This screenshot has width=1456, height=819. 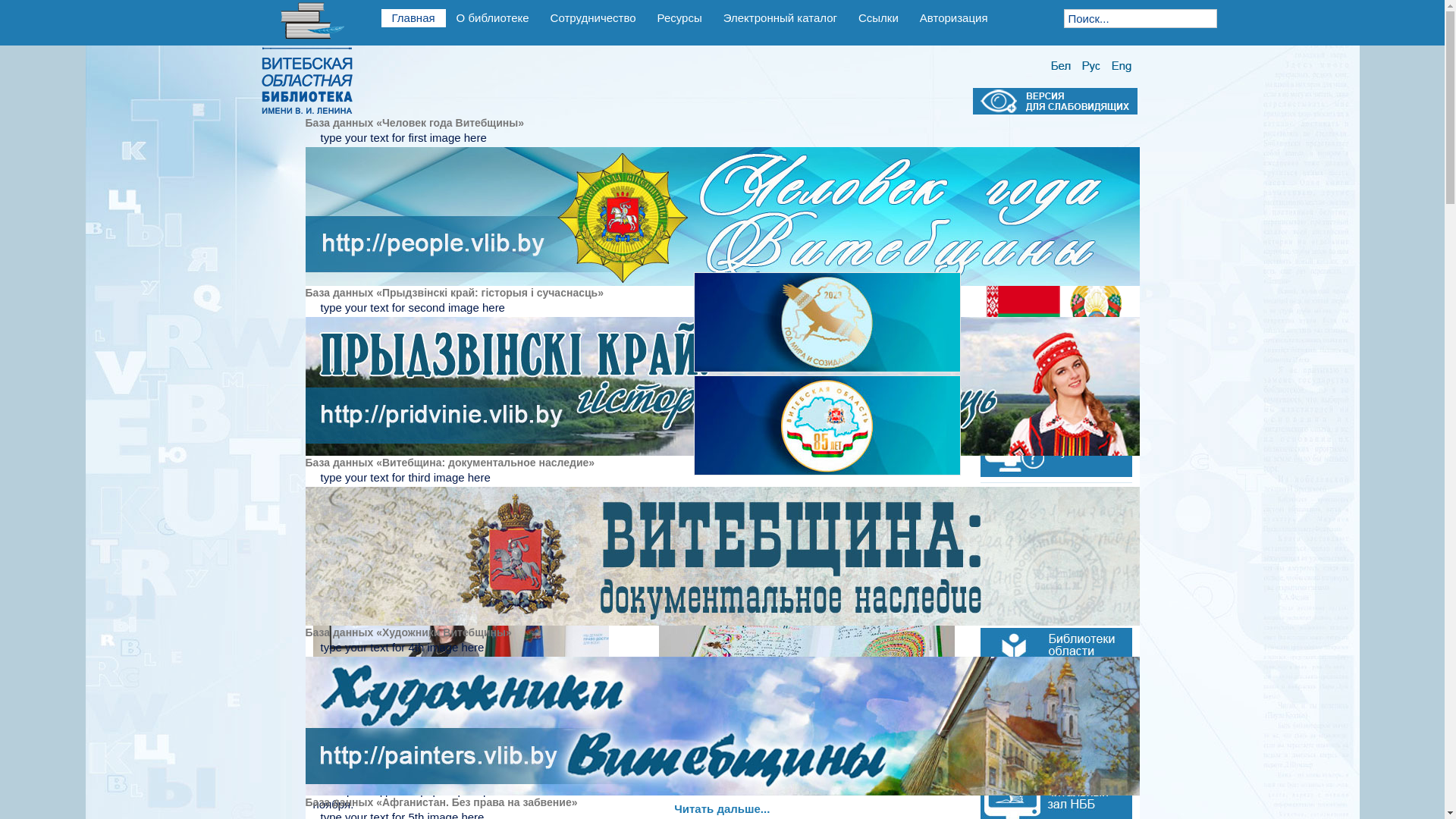 I want to click on 'Russian(RU)', so click(x=1078, y=66).